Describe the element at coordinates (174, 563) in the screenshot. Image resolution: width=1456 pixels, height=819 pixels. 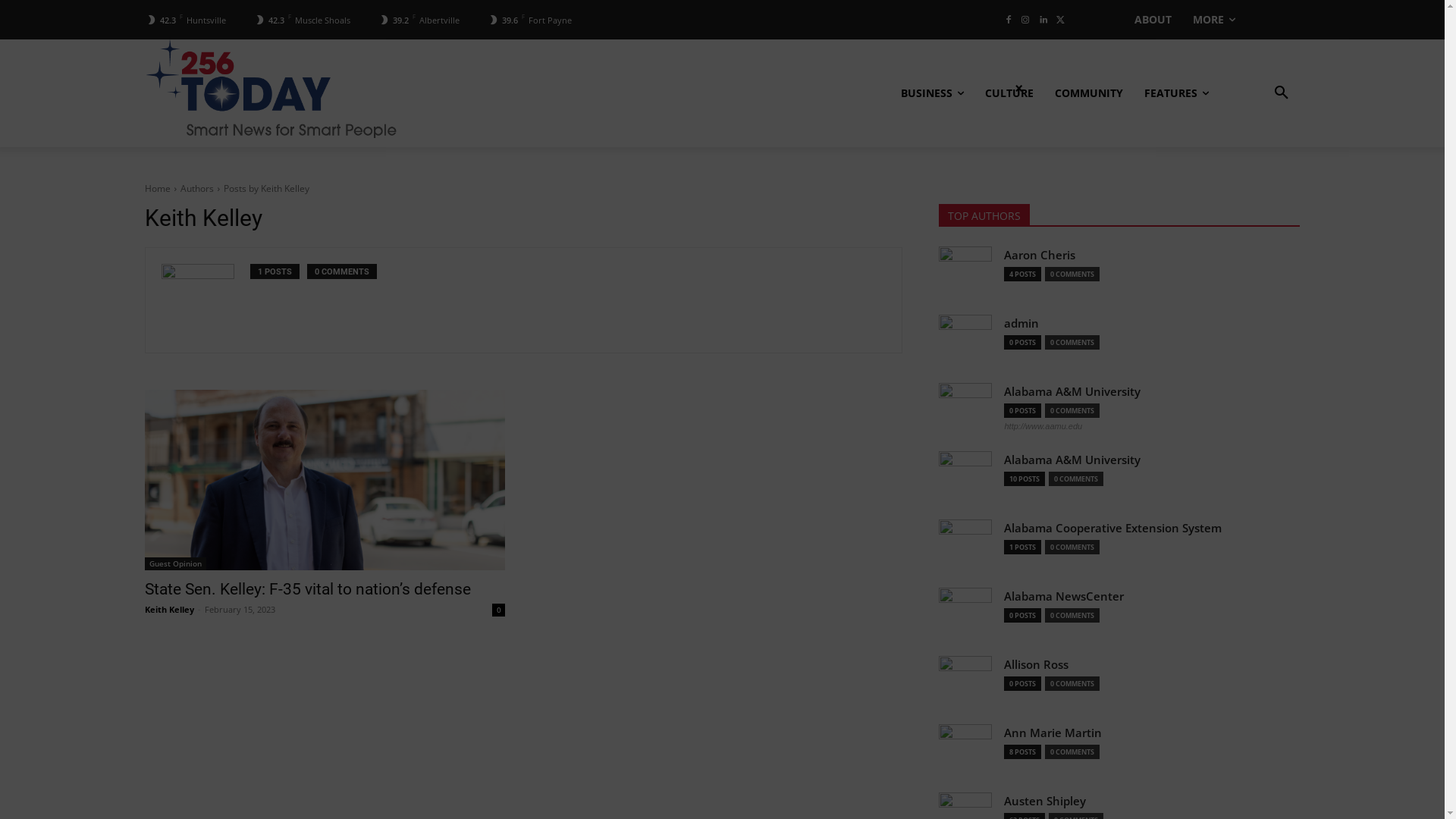
I see `'Guest Opinion'` at that location.